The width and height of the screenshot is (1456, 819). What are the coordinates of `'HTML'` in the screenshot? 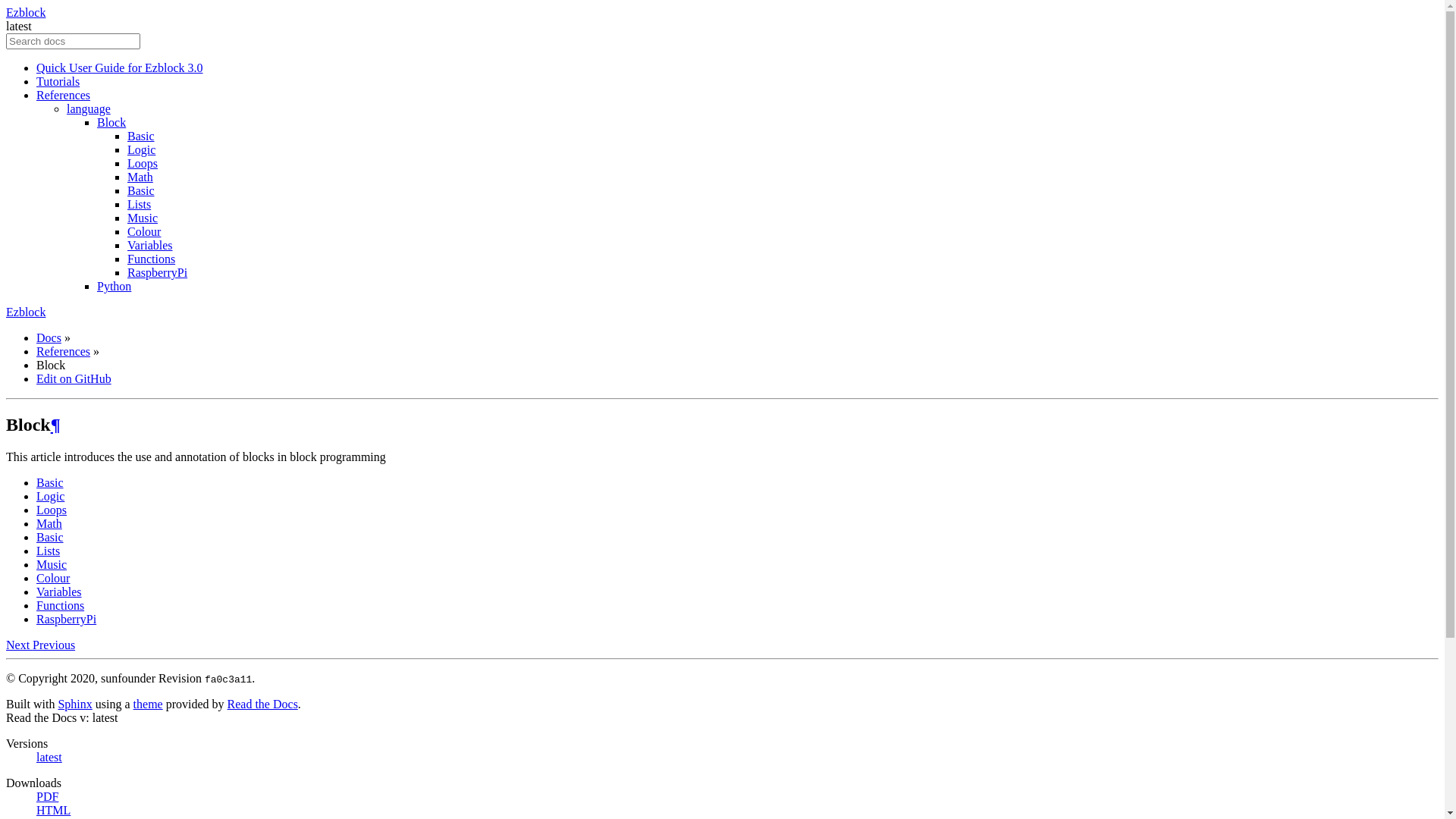 It's located at (53, 809).